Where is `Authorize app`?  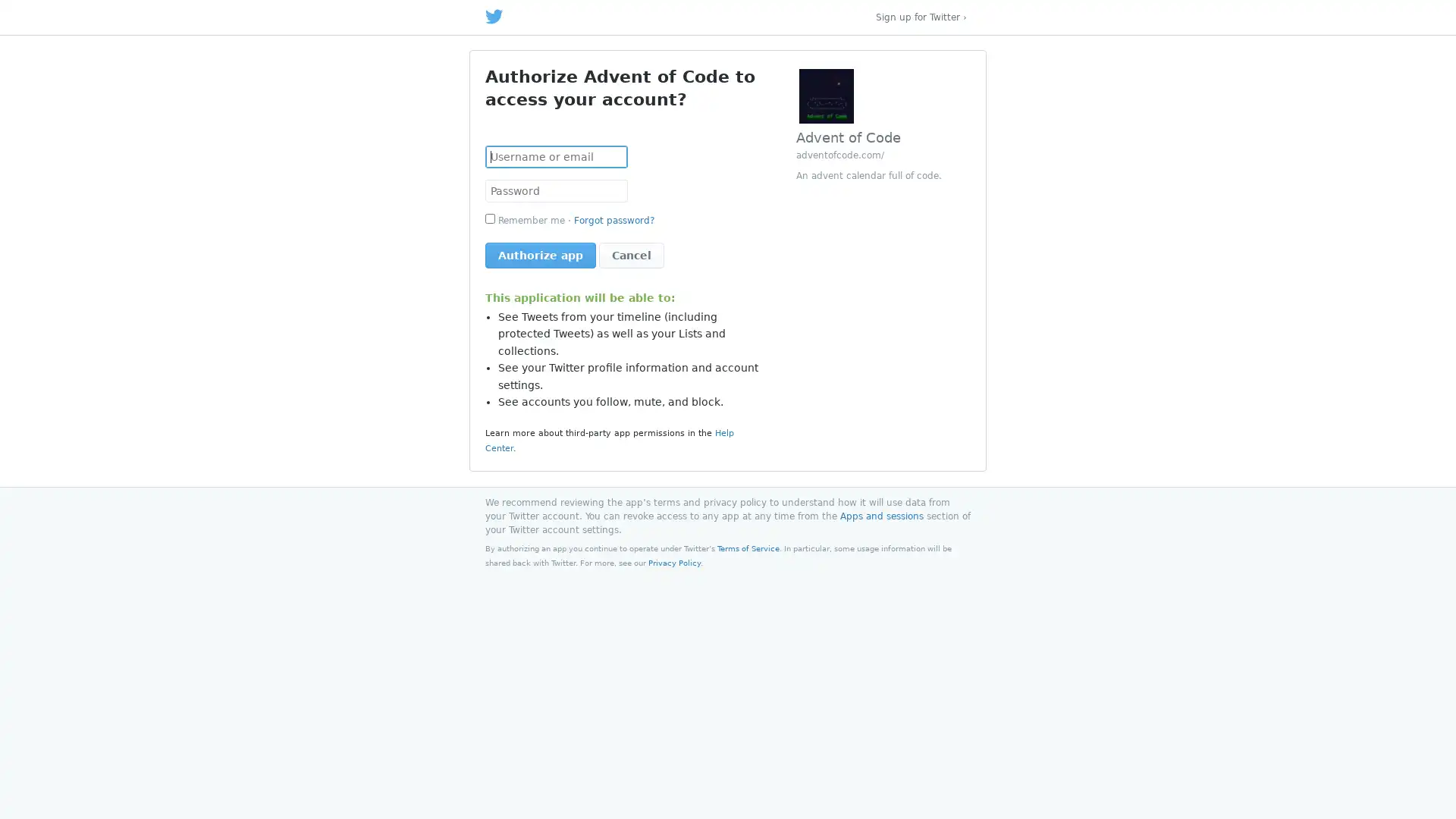
Authorize app is located at coordinates (541, 254).